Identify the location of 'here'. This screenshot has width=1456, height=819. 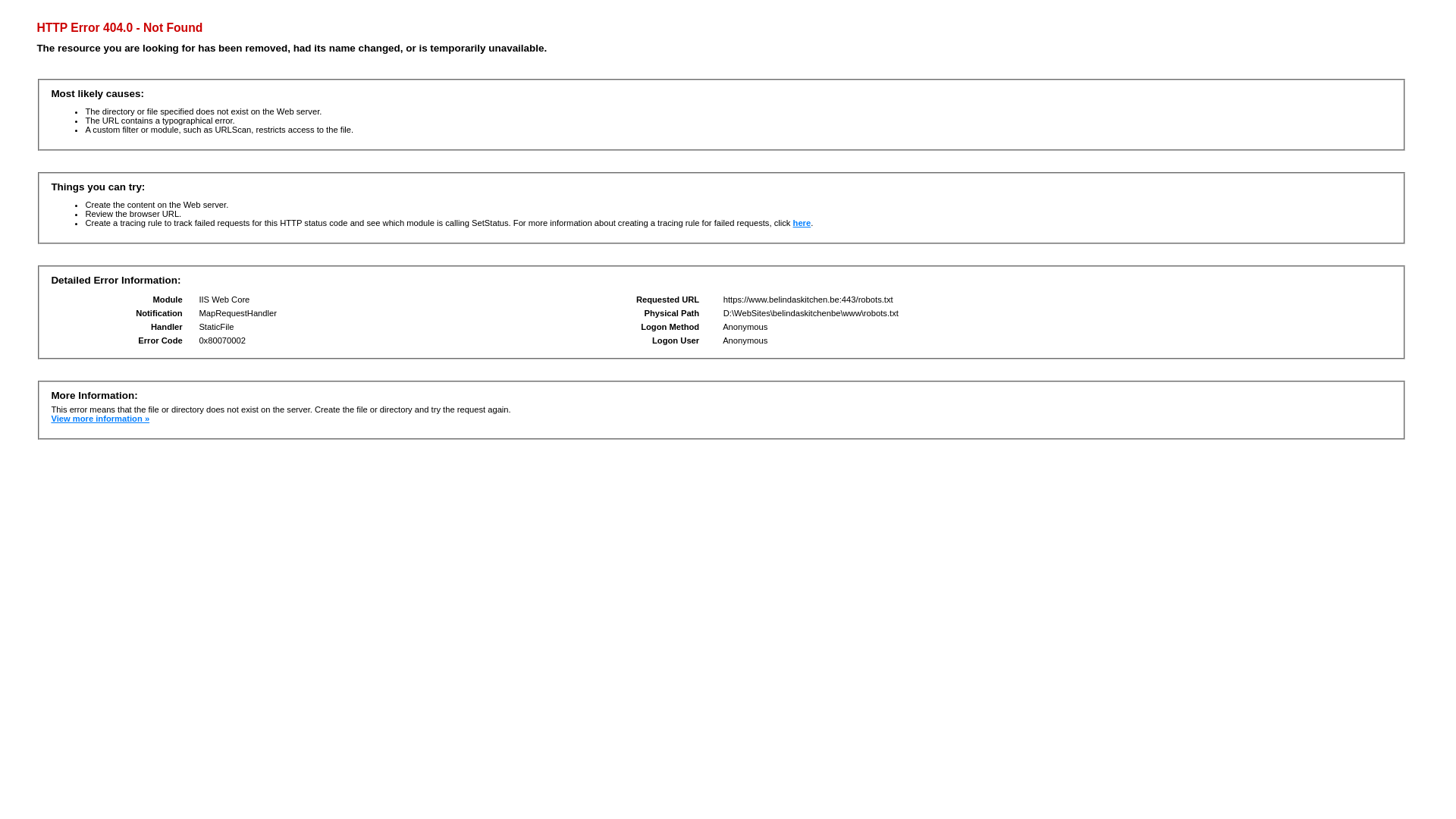
(801, 222).